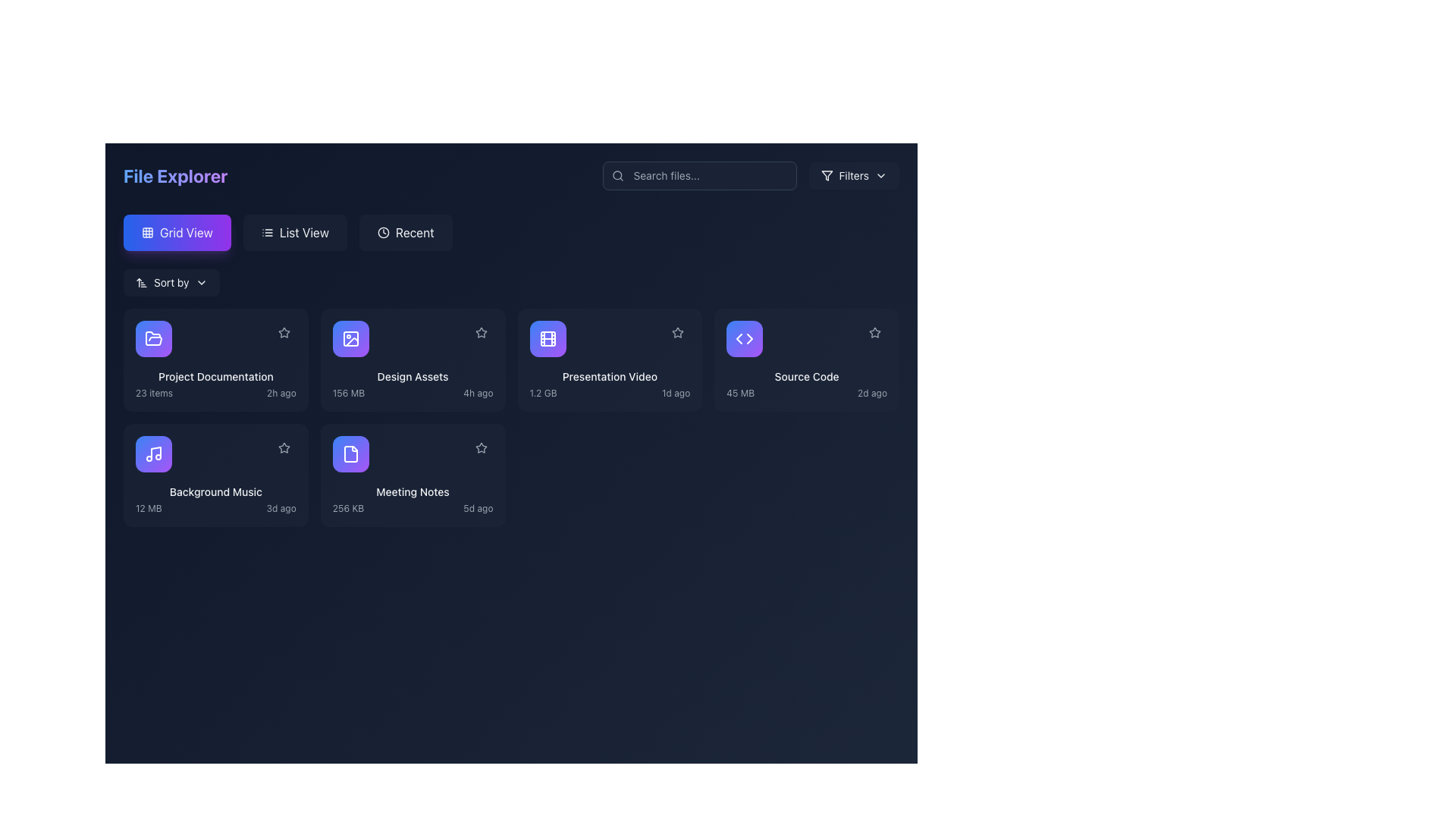 The image size is (1456, 819). What do you see at coordinates (480, 447) in the screenshot?
I see `the interactive star icon element located at the bottom-right corner of the 'Meeting Notes' card` at bounding box center [480, 447].